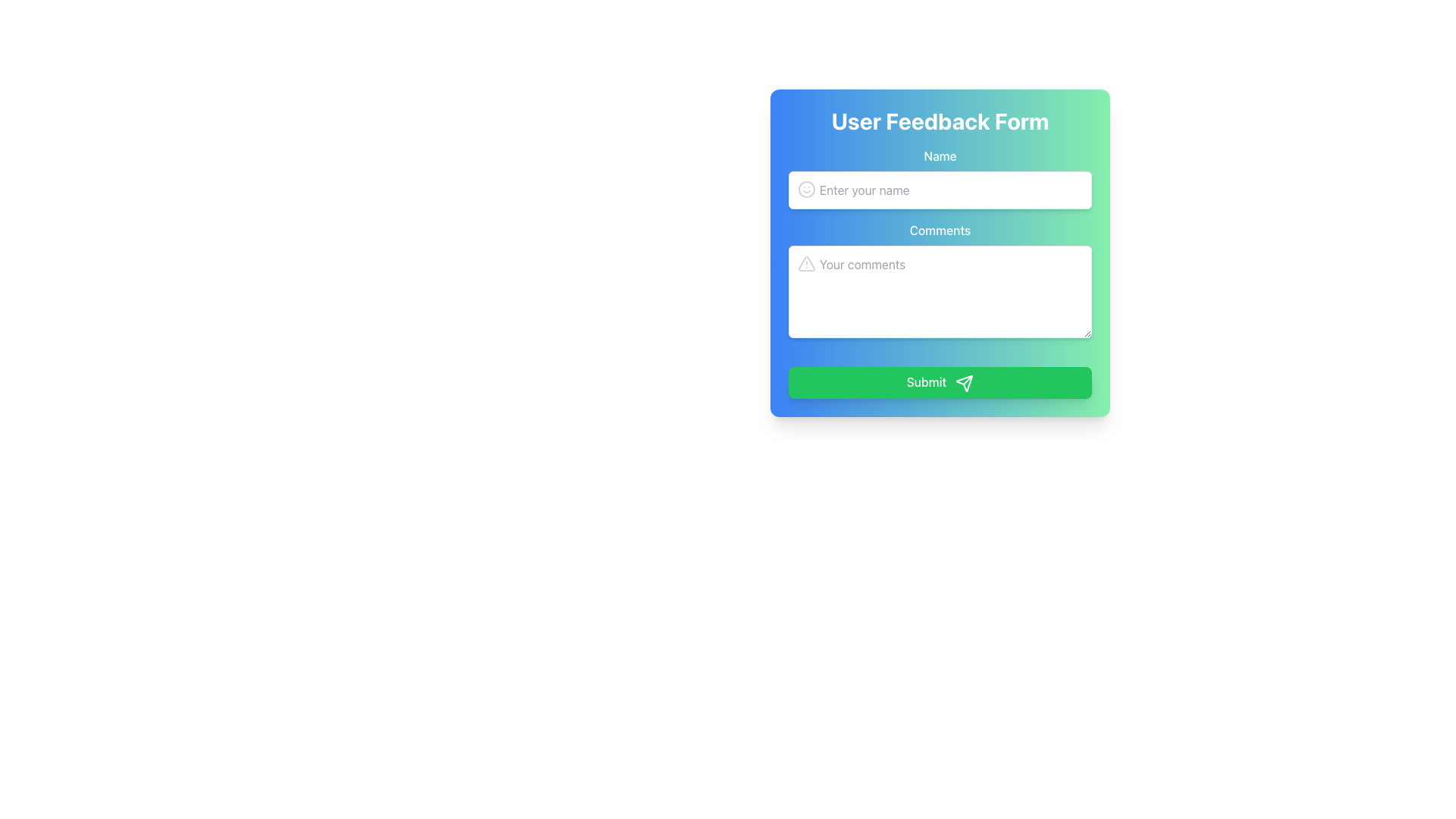 This screenshot has width=1456, height=819. What do you see at coordinates (939, 375) in the screenshot?
I see `the green rectangular 'Submit' button located at the bottom of the form for visual feedback` at bounding box center [939, 375].